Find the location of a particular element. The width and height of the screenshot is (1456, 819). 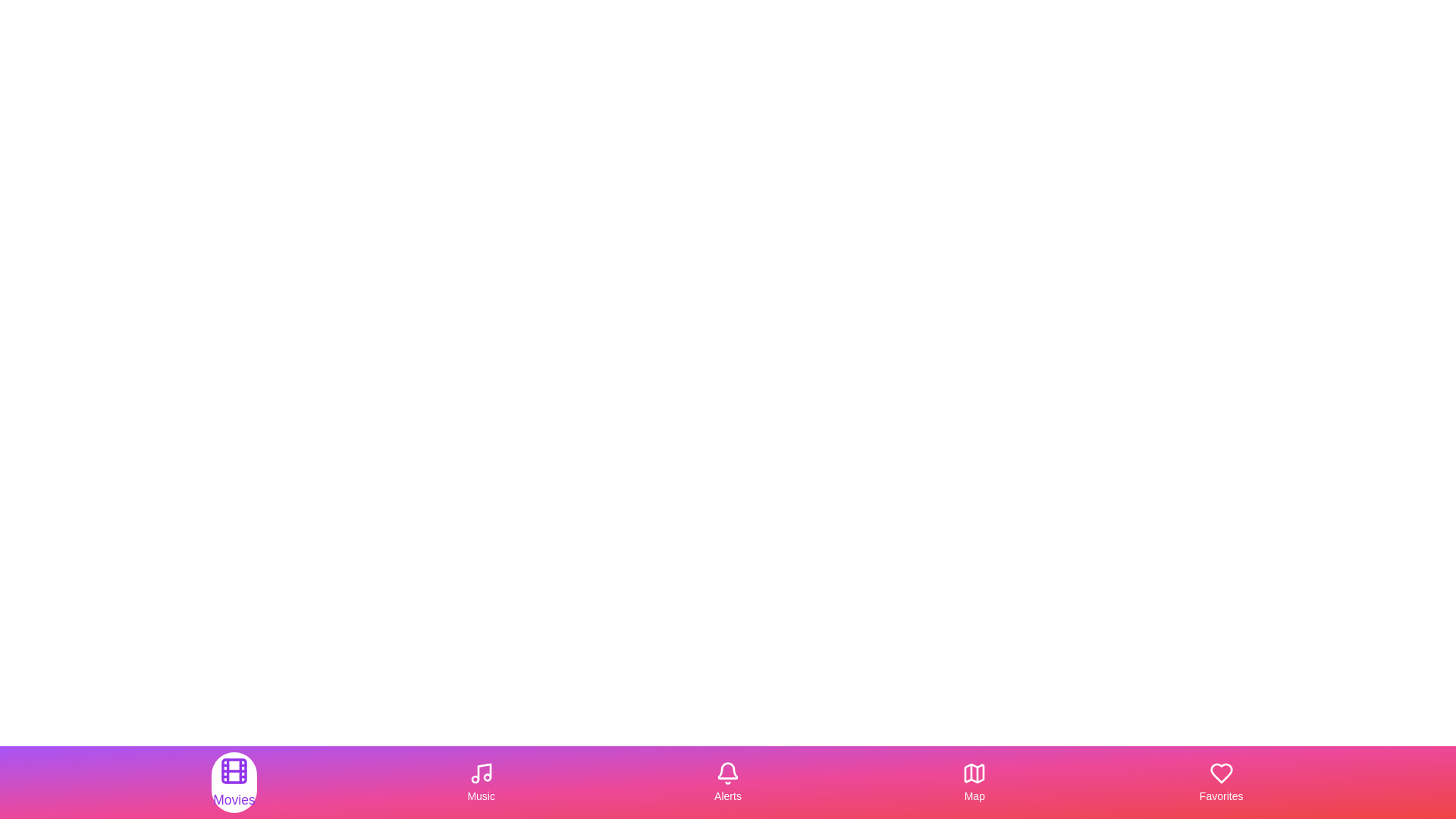

the tab labeled Movies is located at coordinates (233, 783).